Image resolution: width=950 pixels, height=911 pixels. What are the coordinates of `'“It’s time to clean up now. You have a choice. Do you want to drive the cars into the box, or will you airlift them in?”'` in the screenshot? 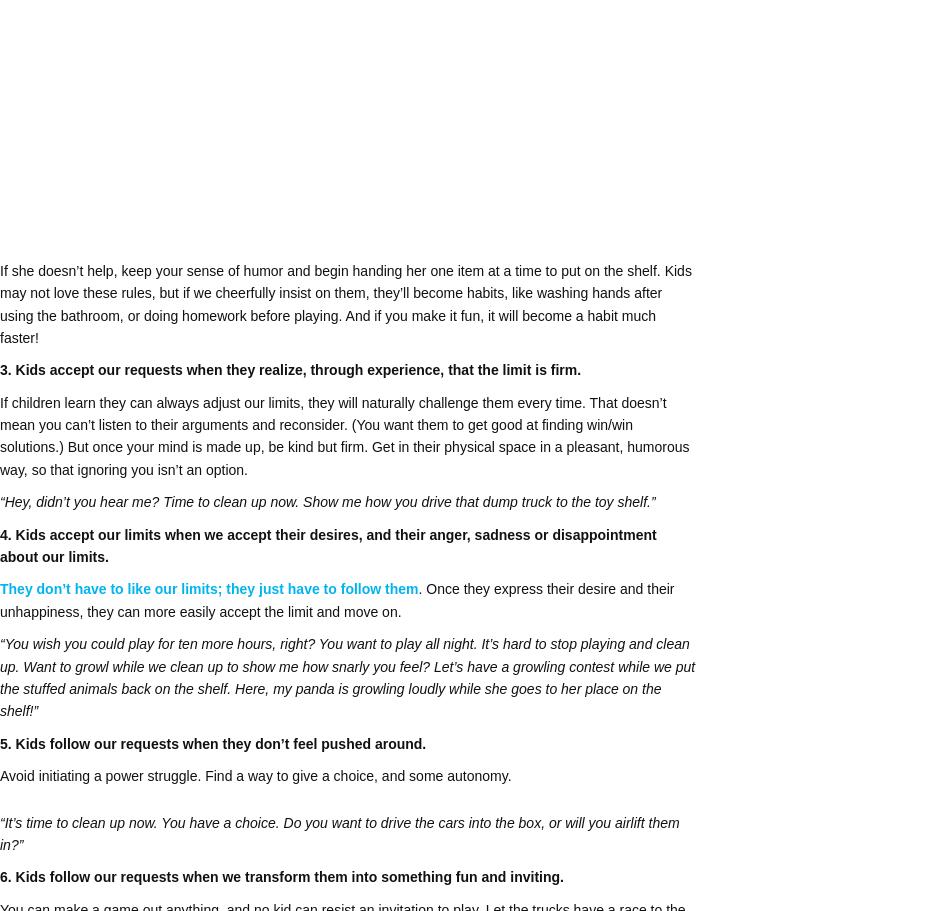 It's located at (338, 832).